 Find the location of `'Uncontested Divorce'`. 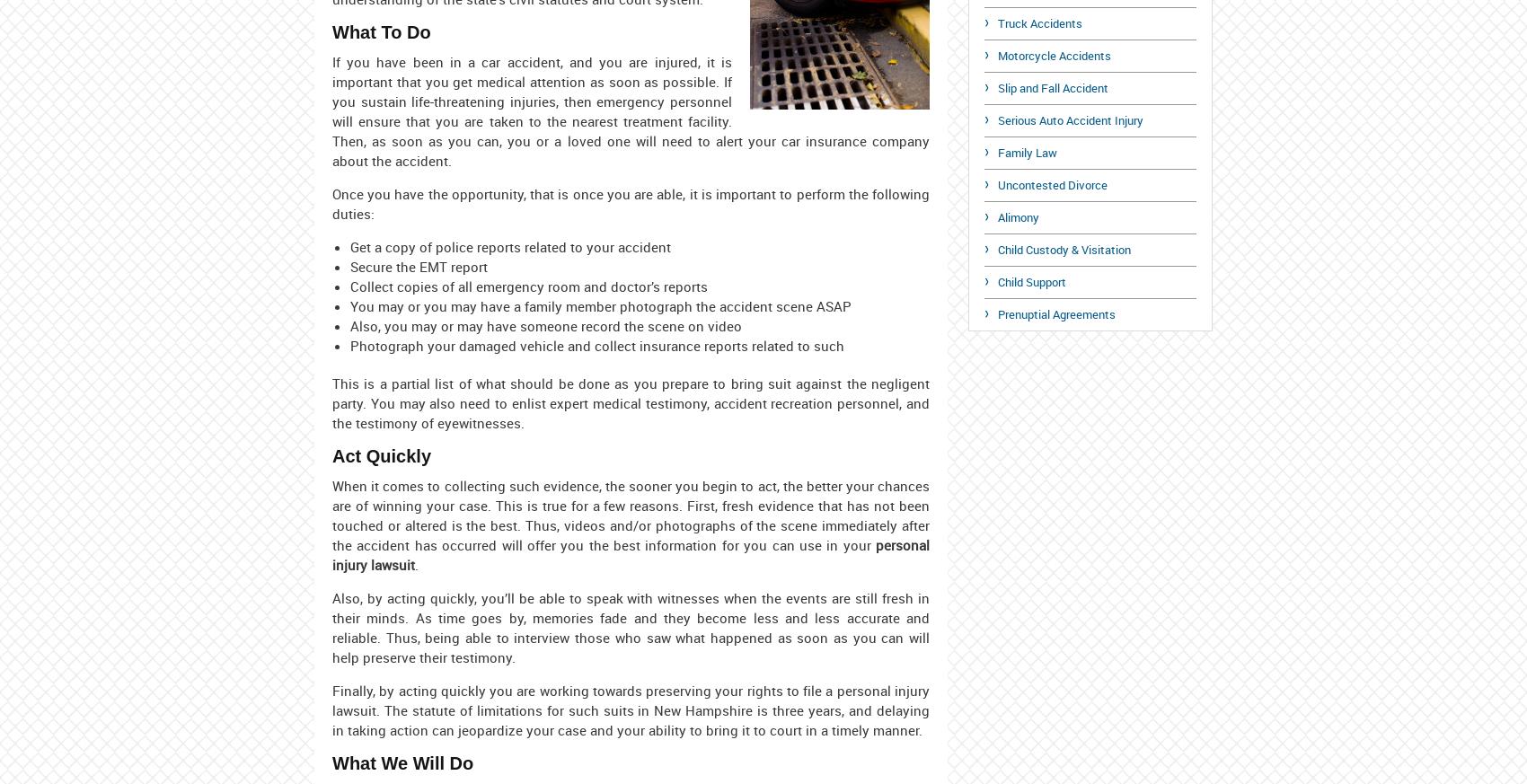

'Uncontested Divorce' is located at coordinates (997, 184).